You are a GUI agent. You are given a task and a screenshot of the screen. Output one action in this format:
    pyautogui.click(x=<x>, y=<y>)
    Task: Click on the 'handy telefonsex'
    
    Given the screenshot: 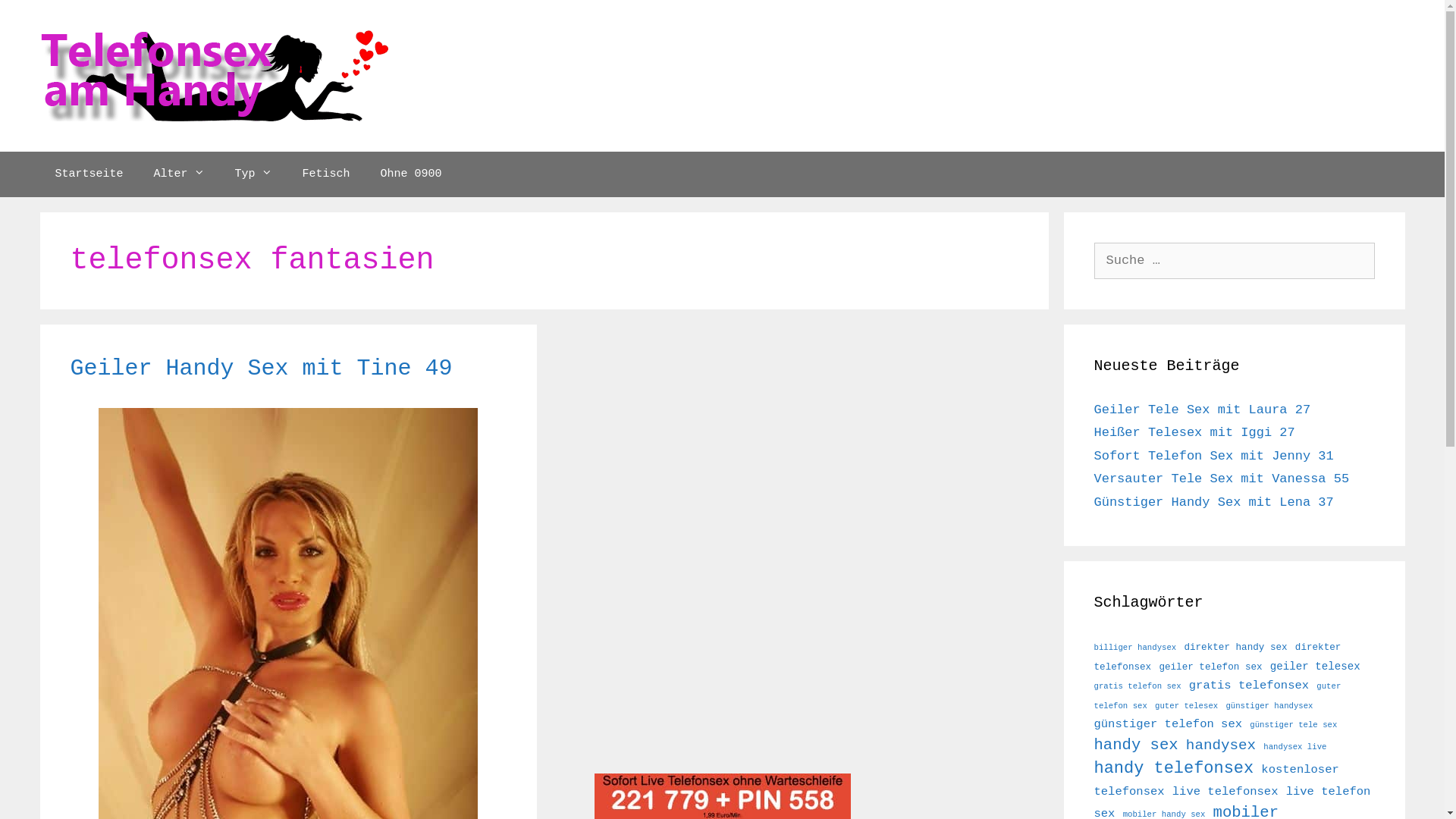 What is the action you would take?
    pyautogui.click(x=1172, y=768)
    